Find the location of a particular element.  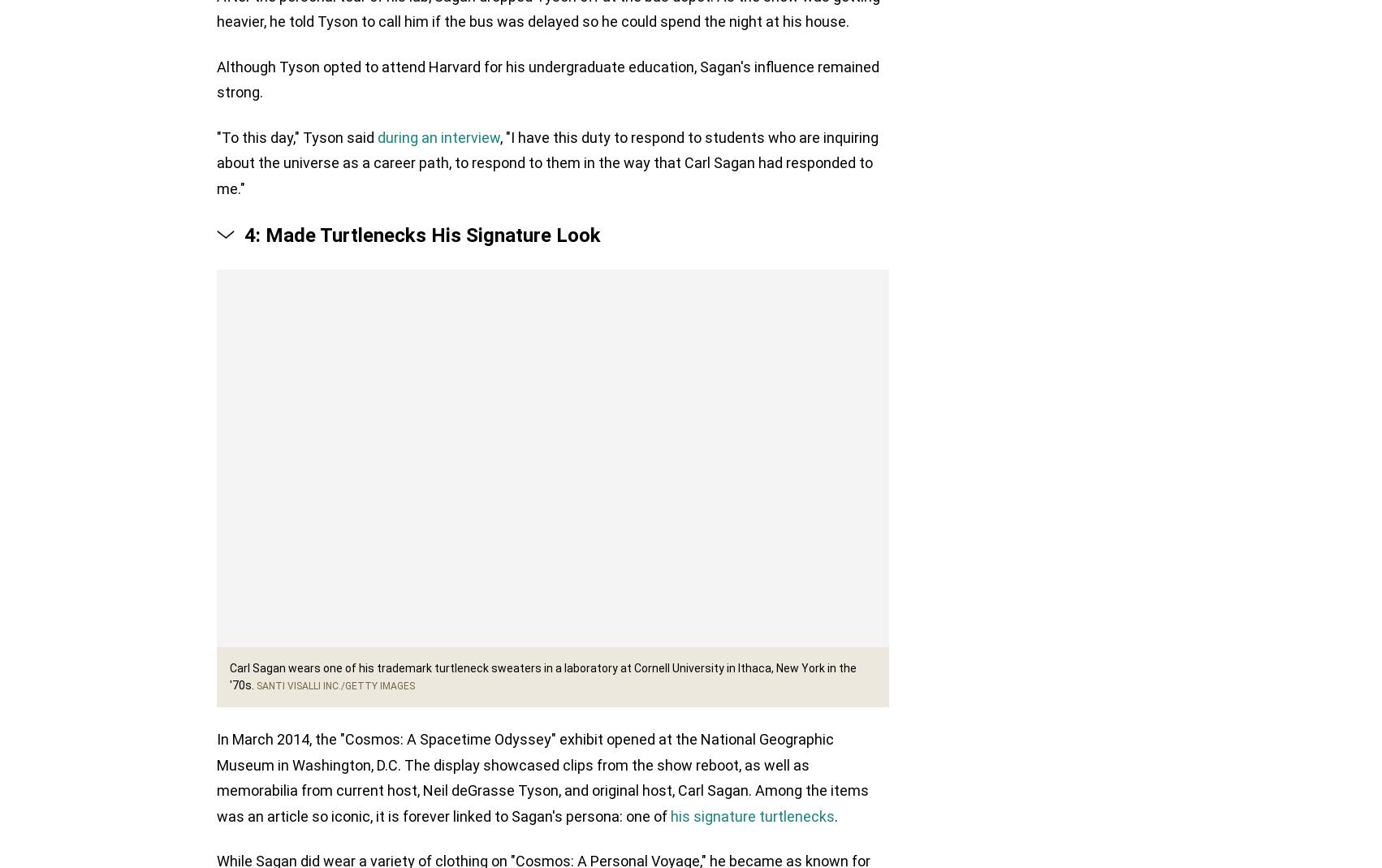

'Although Tyson opted to attend Harvard for his undergraduate education, Sagan's influence remained strong.' is located at coordinates (548, 80).